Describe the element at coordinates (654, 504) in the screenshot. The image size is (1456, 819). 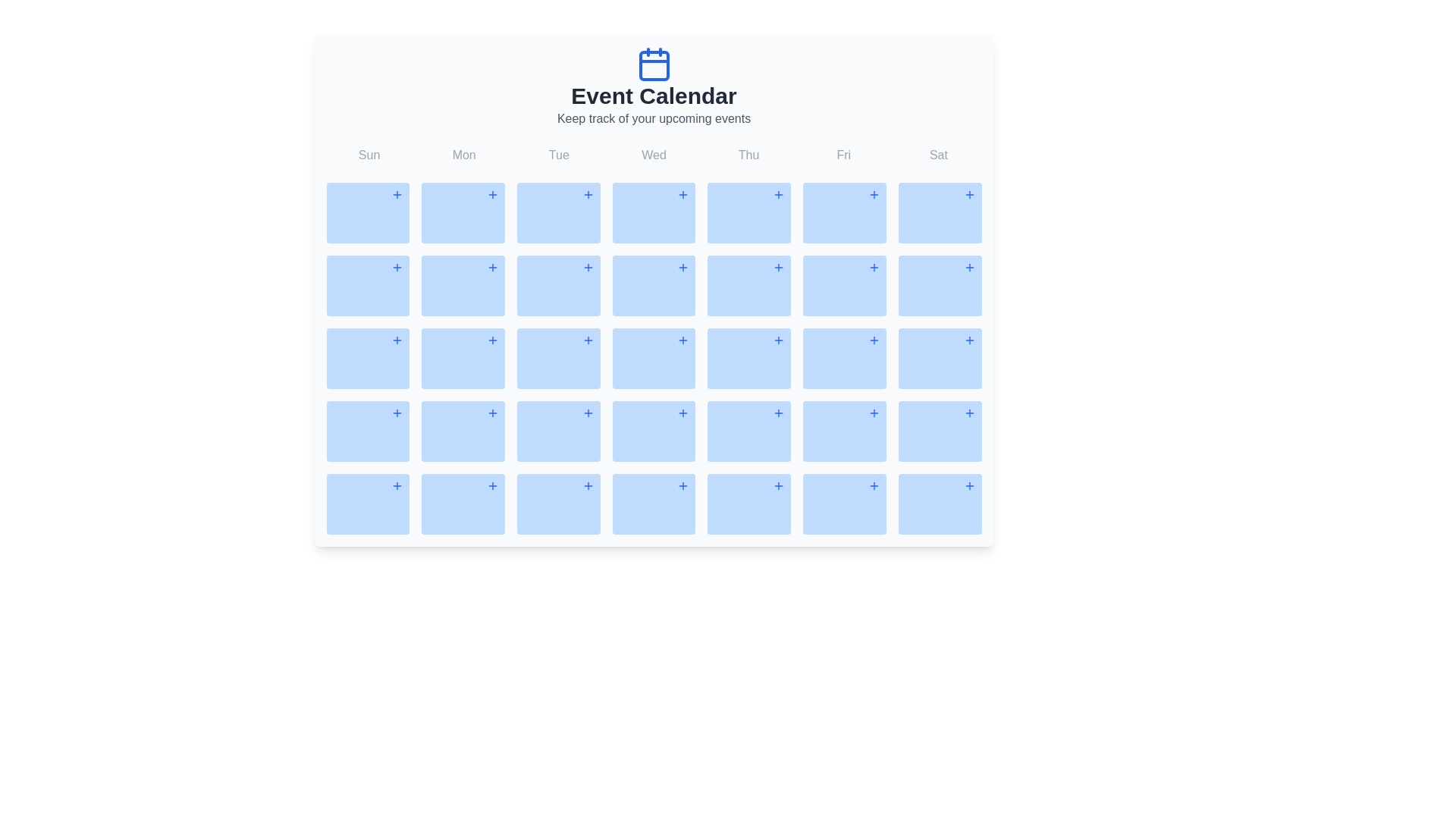
I see `the light blue rectangular grid cell located in the last row and fourth column` at that location.